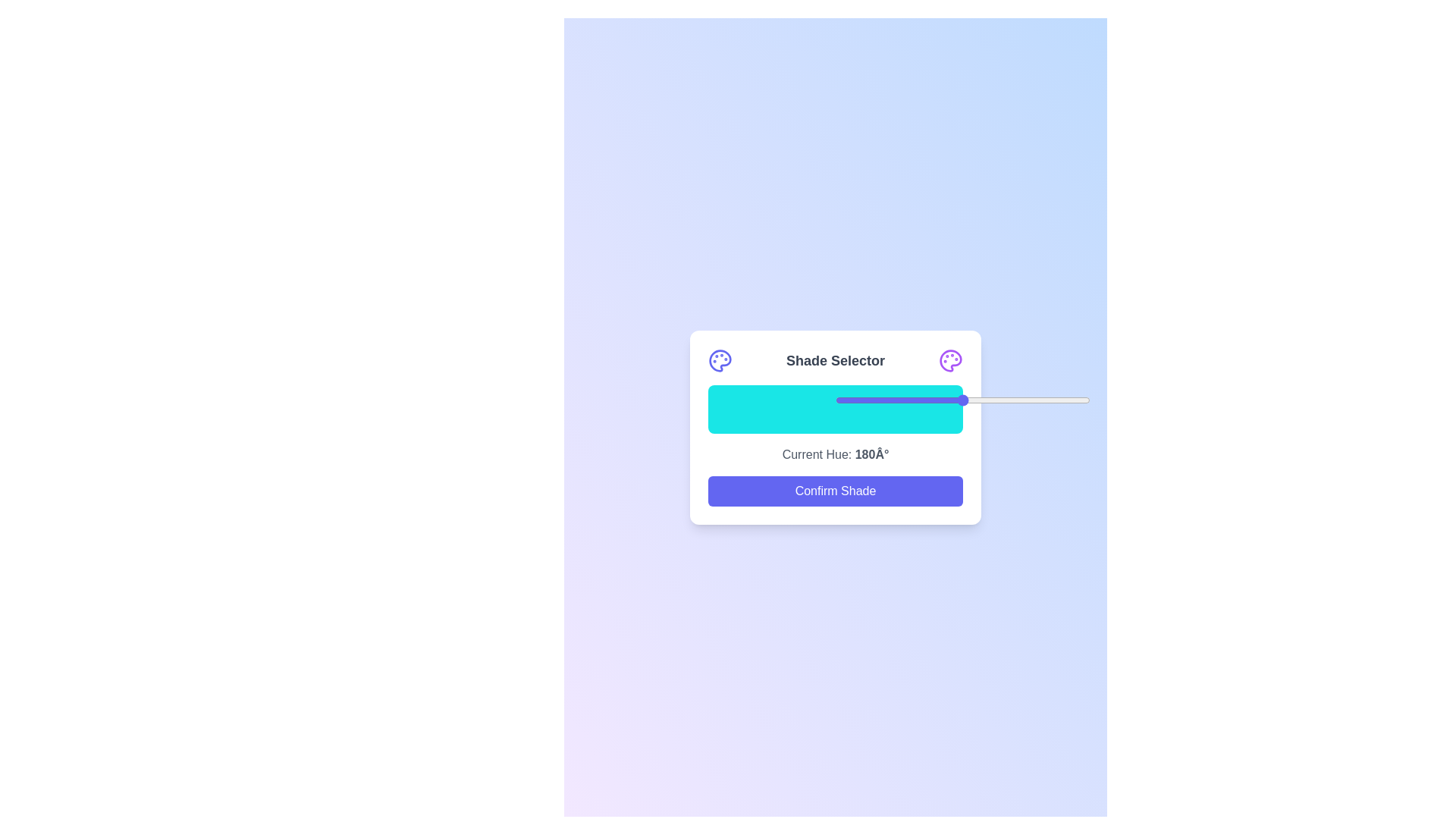 The width and height of the screenshot is (1456, 819). Describe the element at coordinates (827, 409) in the screenshot. I see `the shade slider to 47 to observe the corresponding color` at that location.